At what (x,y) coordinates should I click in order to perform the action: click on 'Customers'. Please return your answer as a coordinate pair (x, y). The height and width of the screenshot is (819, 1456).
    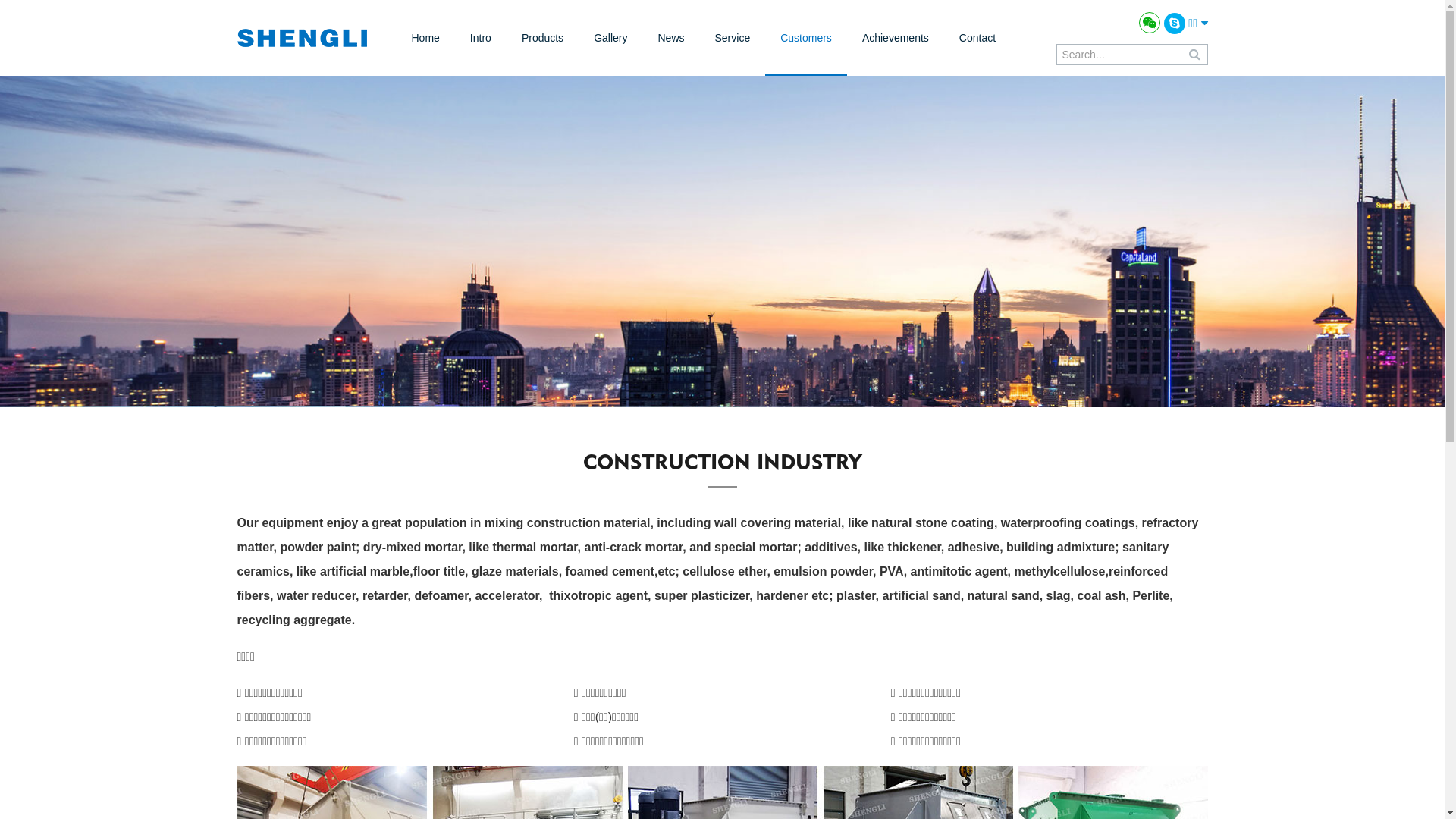
    Looking at the image, I should click on (805, 37).